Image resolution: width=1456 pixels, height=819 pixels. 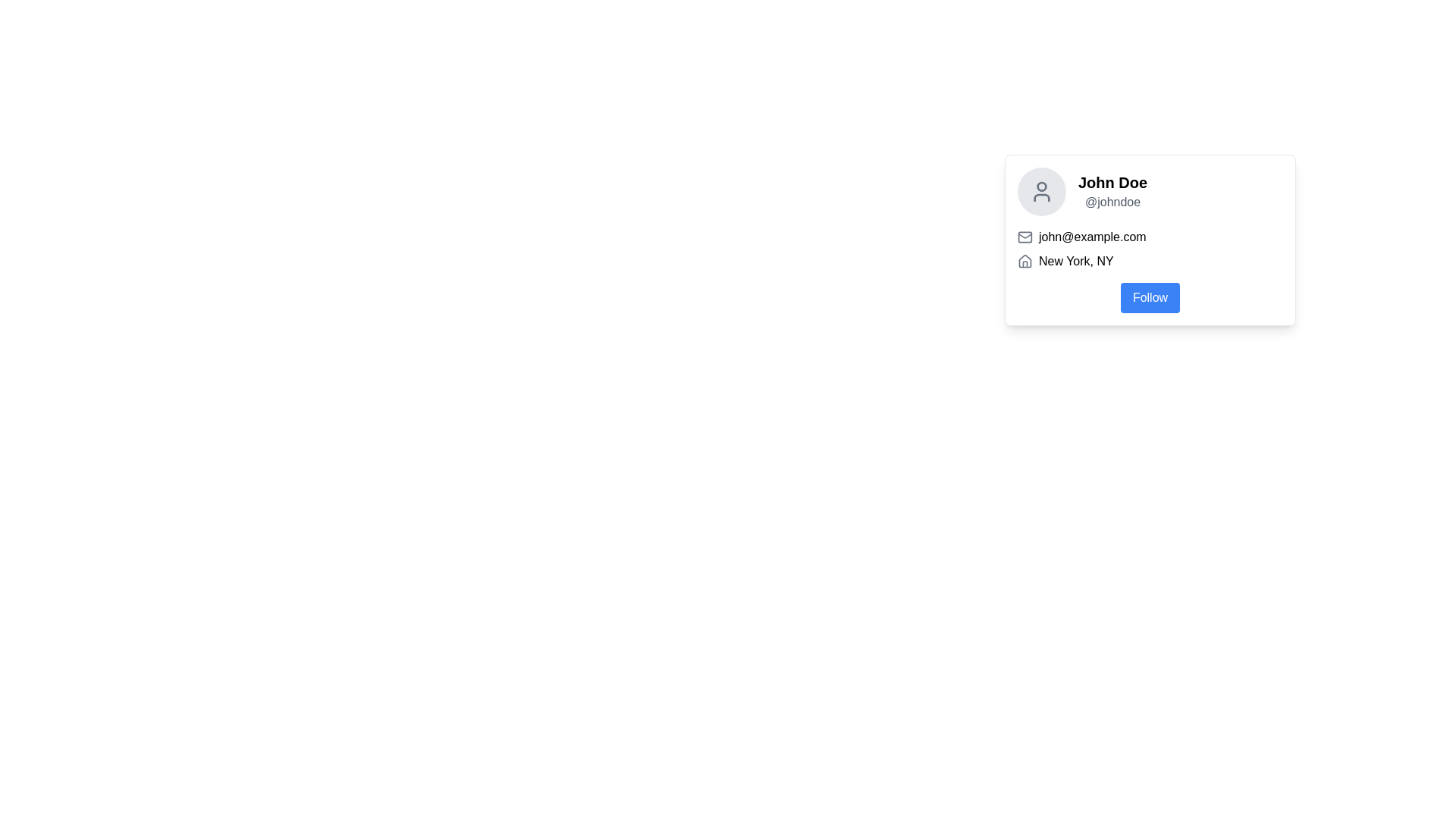 What do you see at coordinates (1025, 260) in the screenshot?
I see `the icon representing the location or home address related to 'New York, NY' to note the visual indication about the context it represents` at bounding box center [1025, 260].